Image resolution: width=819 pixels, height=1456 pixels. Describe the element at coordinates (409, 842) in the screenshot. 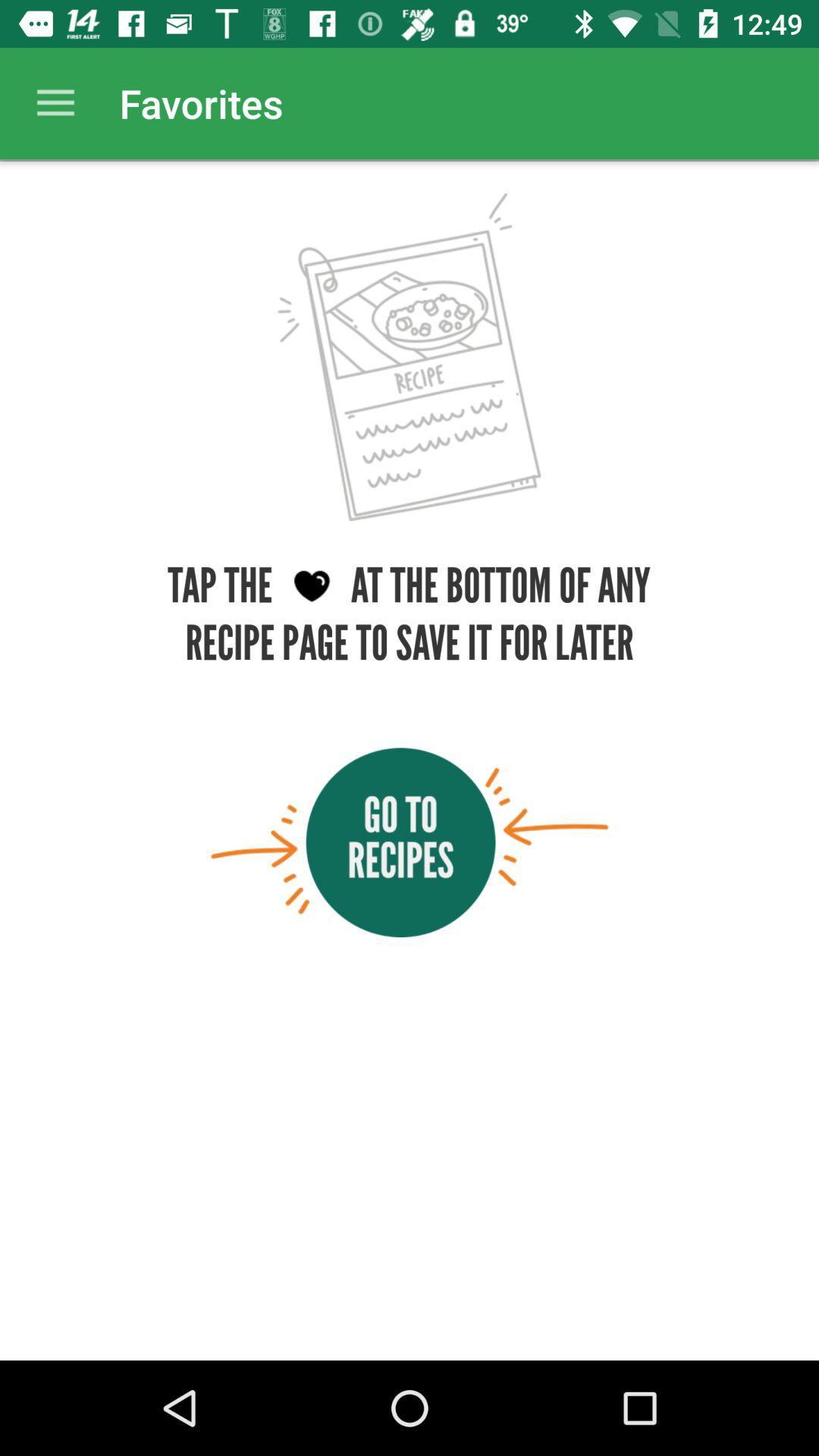

I see `recipies` at that location.